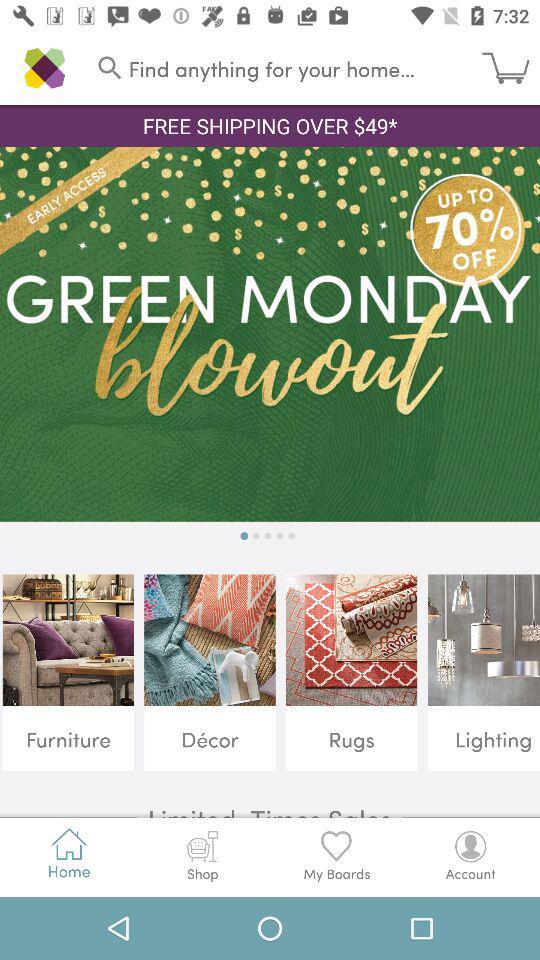 The width and height of the screenshot is (540, 960). Describe the element at coordinates (270, 334) in the screenshot. I see `icon below the free shipping over item` at that location.